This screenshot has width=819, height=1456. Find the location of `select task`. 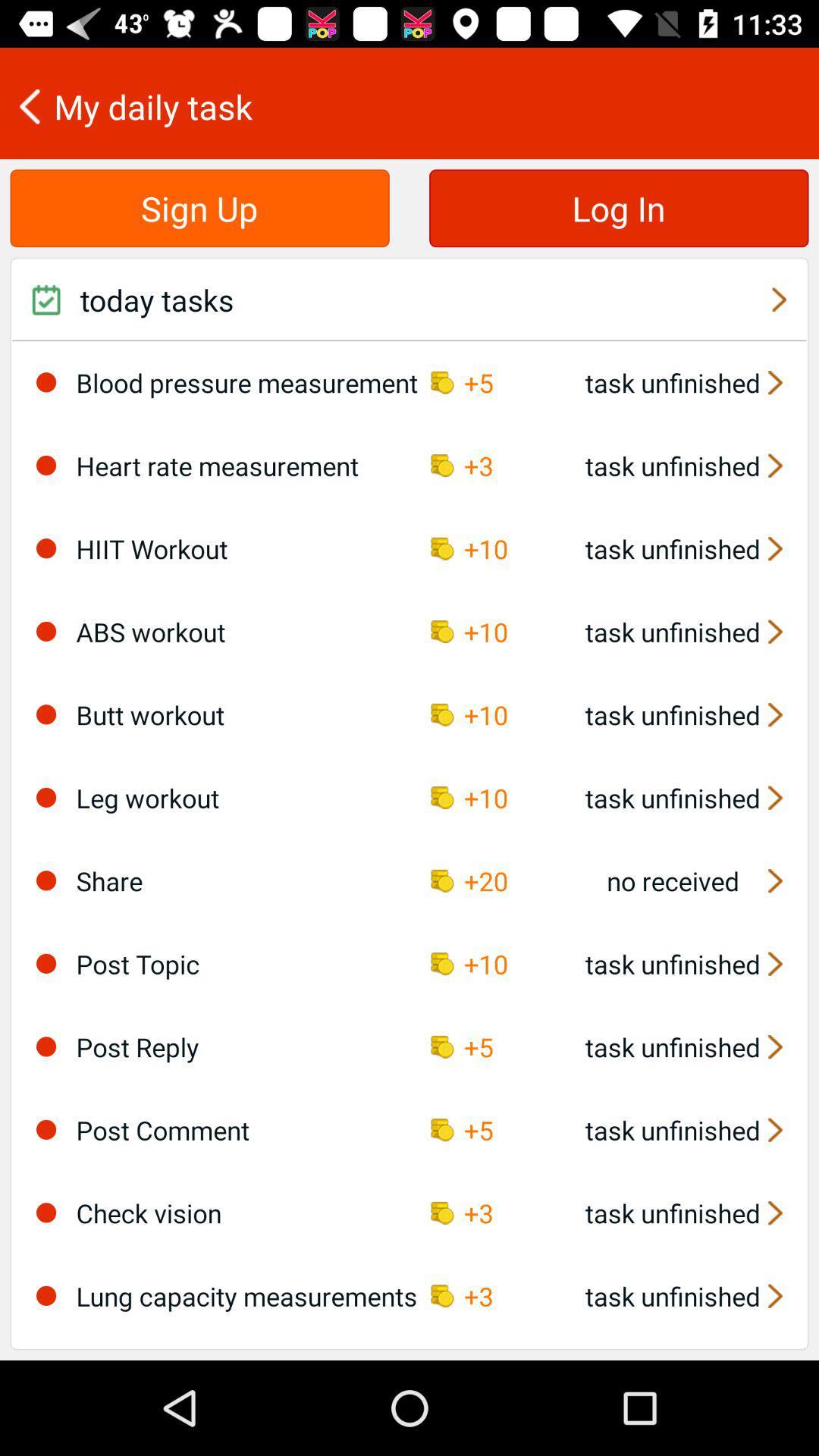

select task is located at coordinates (45, 880).